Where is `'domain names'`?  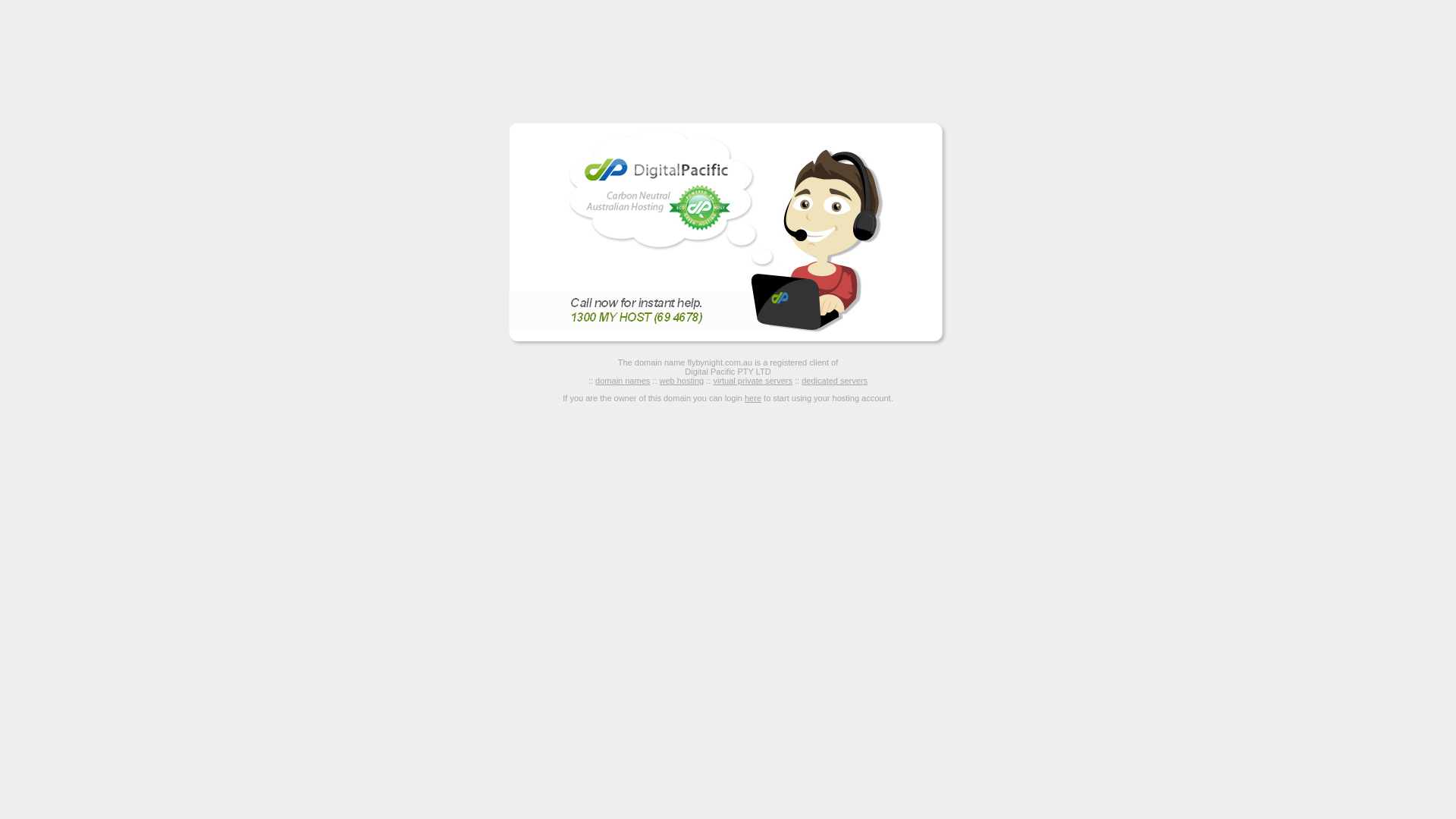
'domain names' is located at coordinates (595, 379).